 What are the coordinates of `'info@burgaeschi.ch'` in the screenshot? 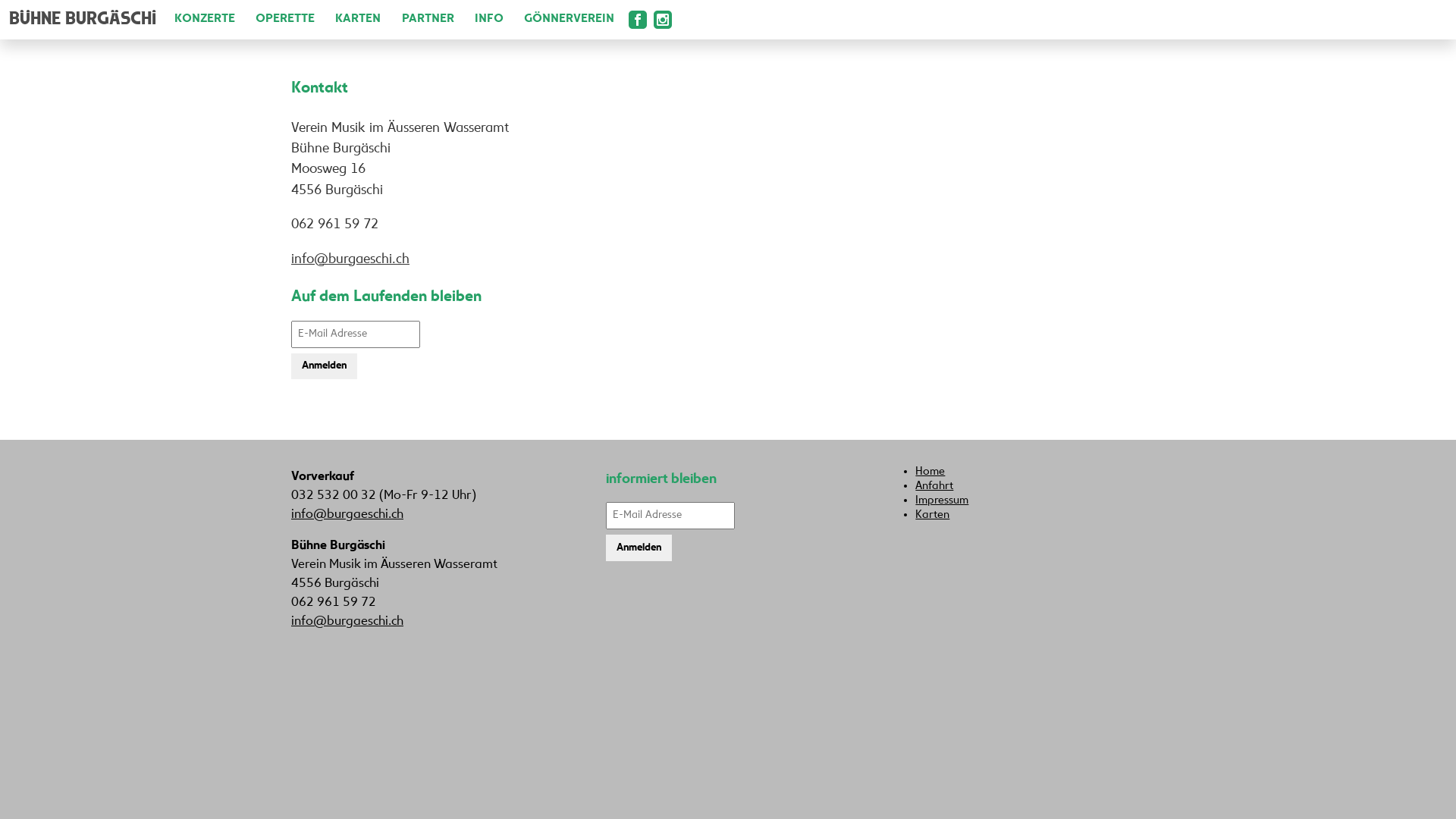 It's located at (349, 259).